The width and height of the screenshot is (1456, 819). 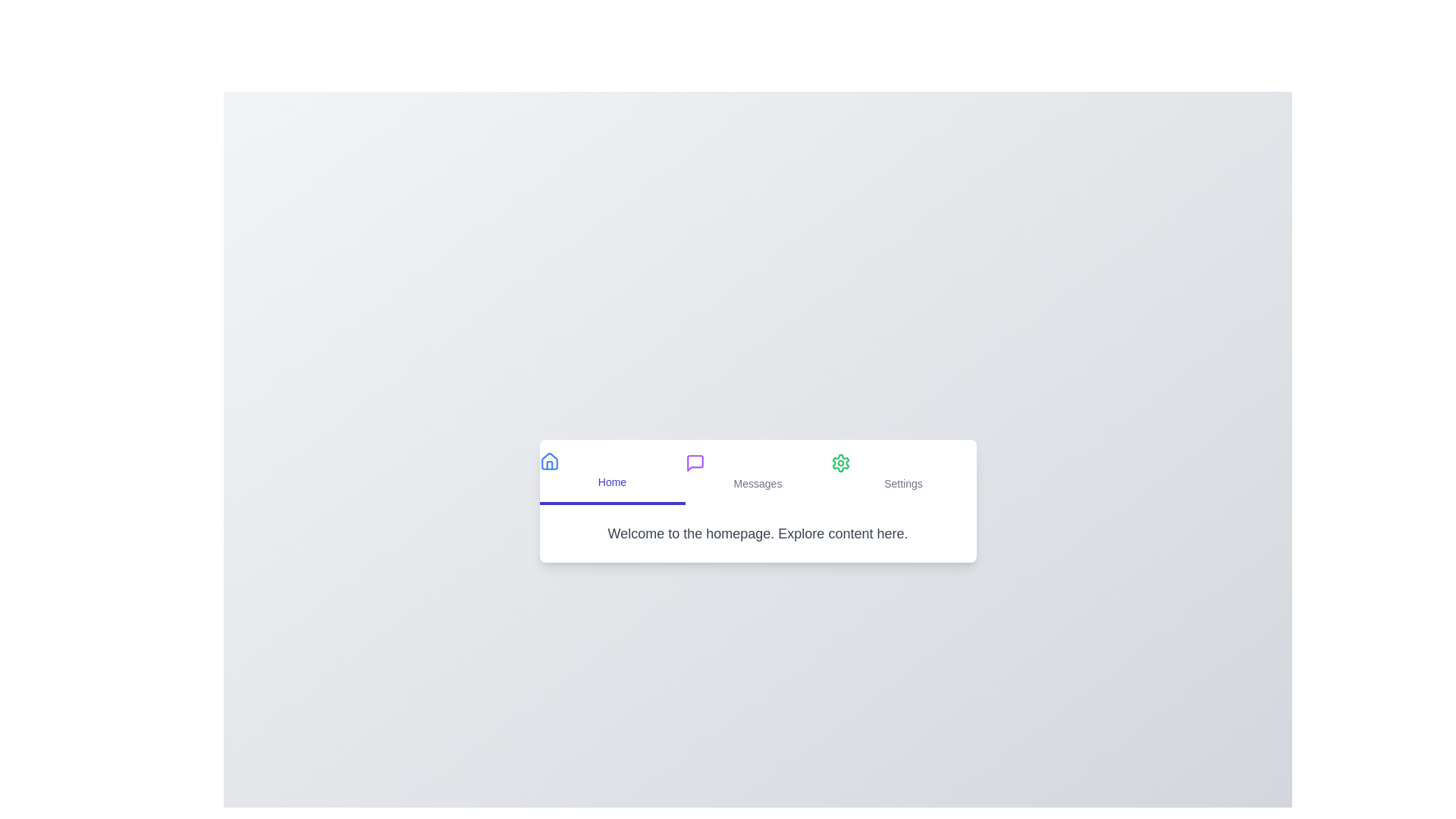 I want to click on the tab labeled Messages, so click(x=758, y=472).